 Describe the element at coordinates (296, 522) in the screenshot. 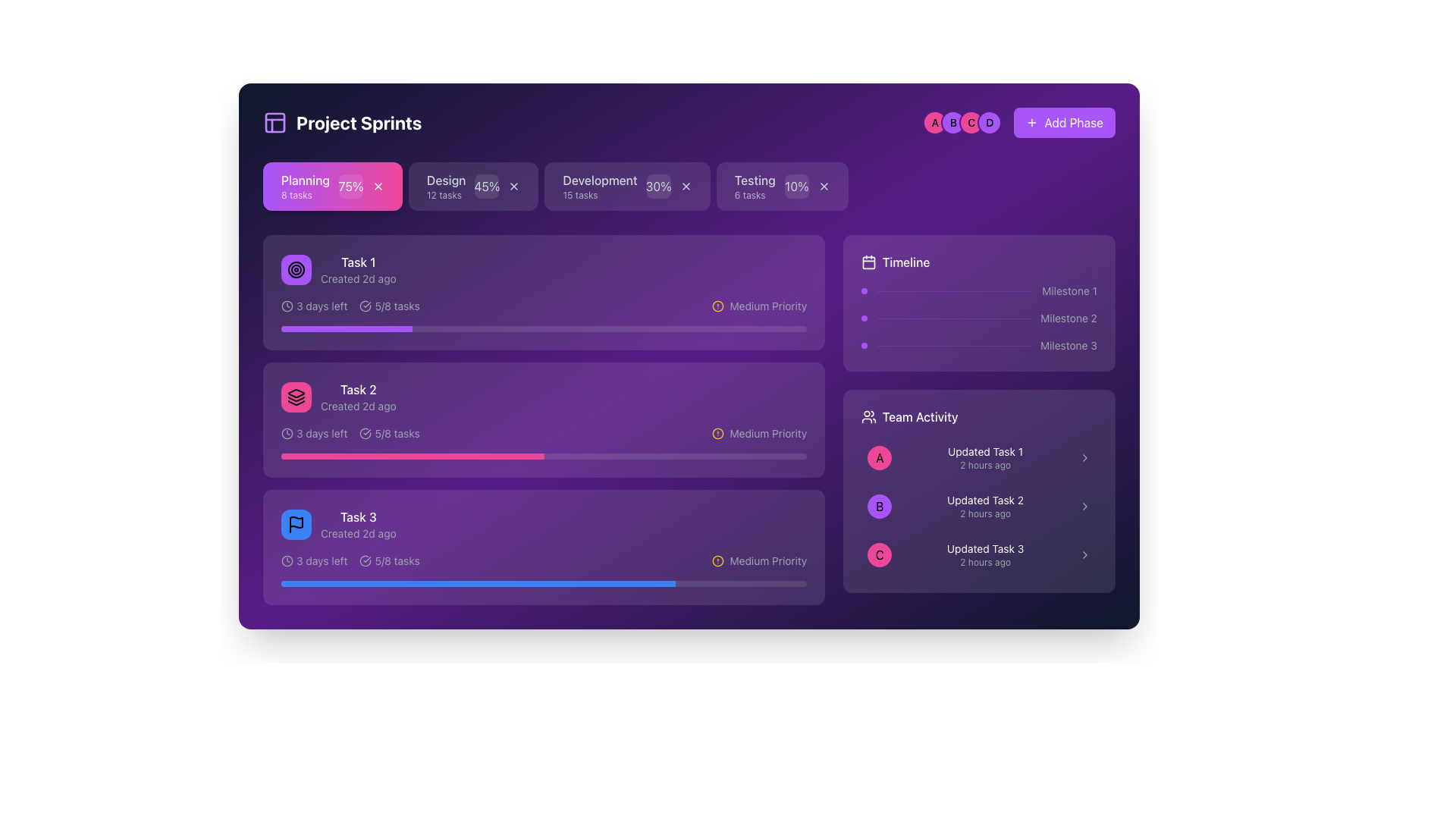

I see `the curved blue flag icon, which is the leftmost emblem in the third task card of the vertical task list, located above the task's progress bar` at that location.